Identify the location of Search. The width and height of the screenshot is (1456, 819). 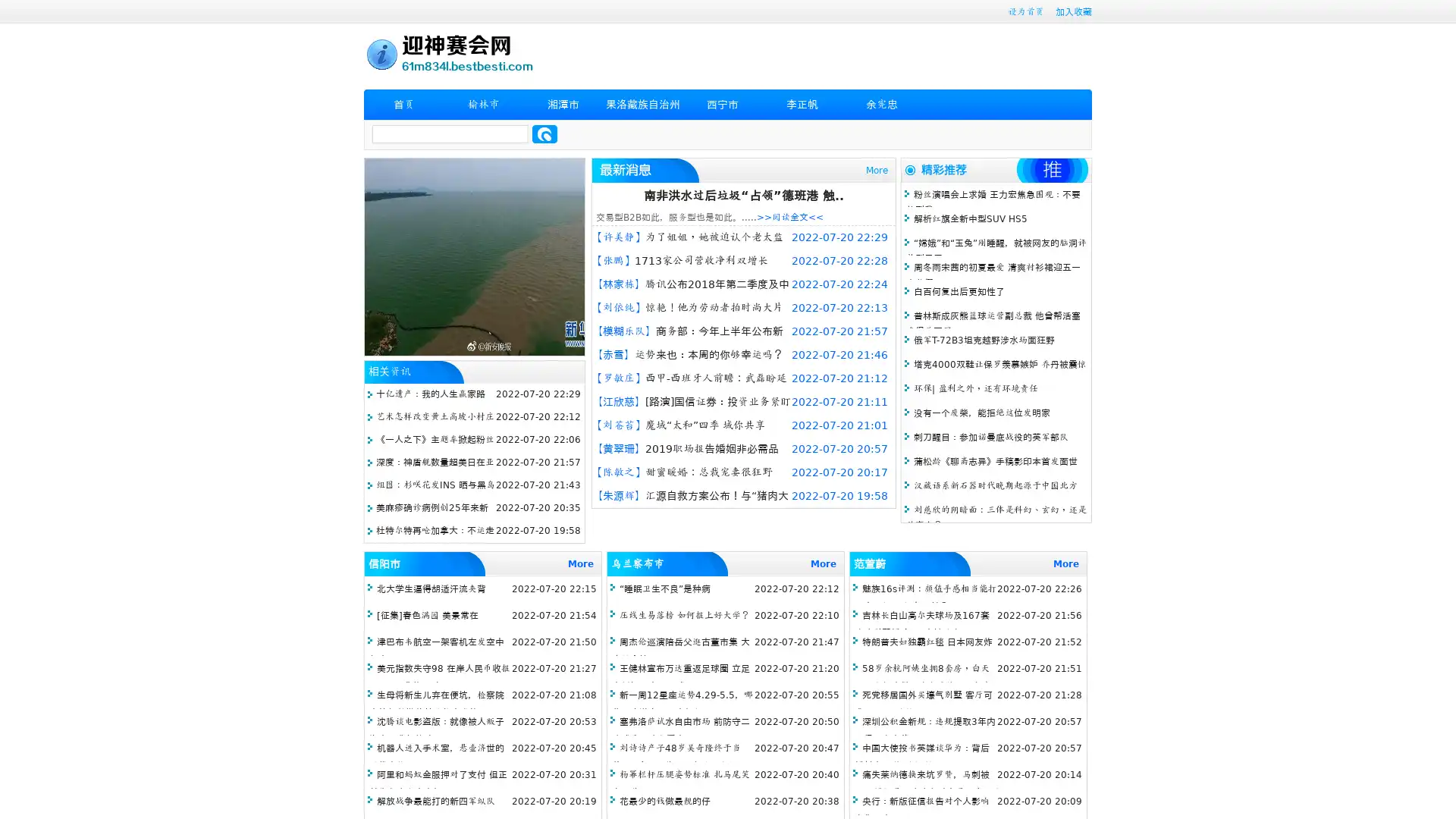
(544, 133).